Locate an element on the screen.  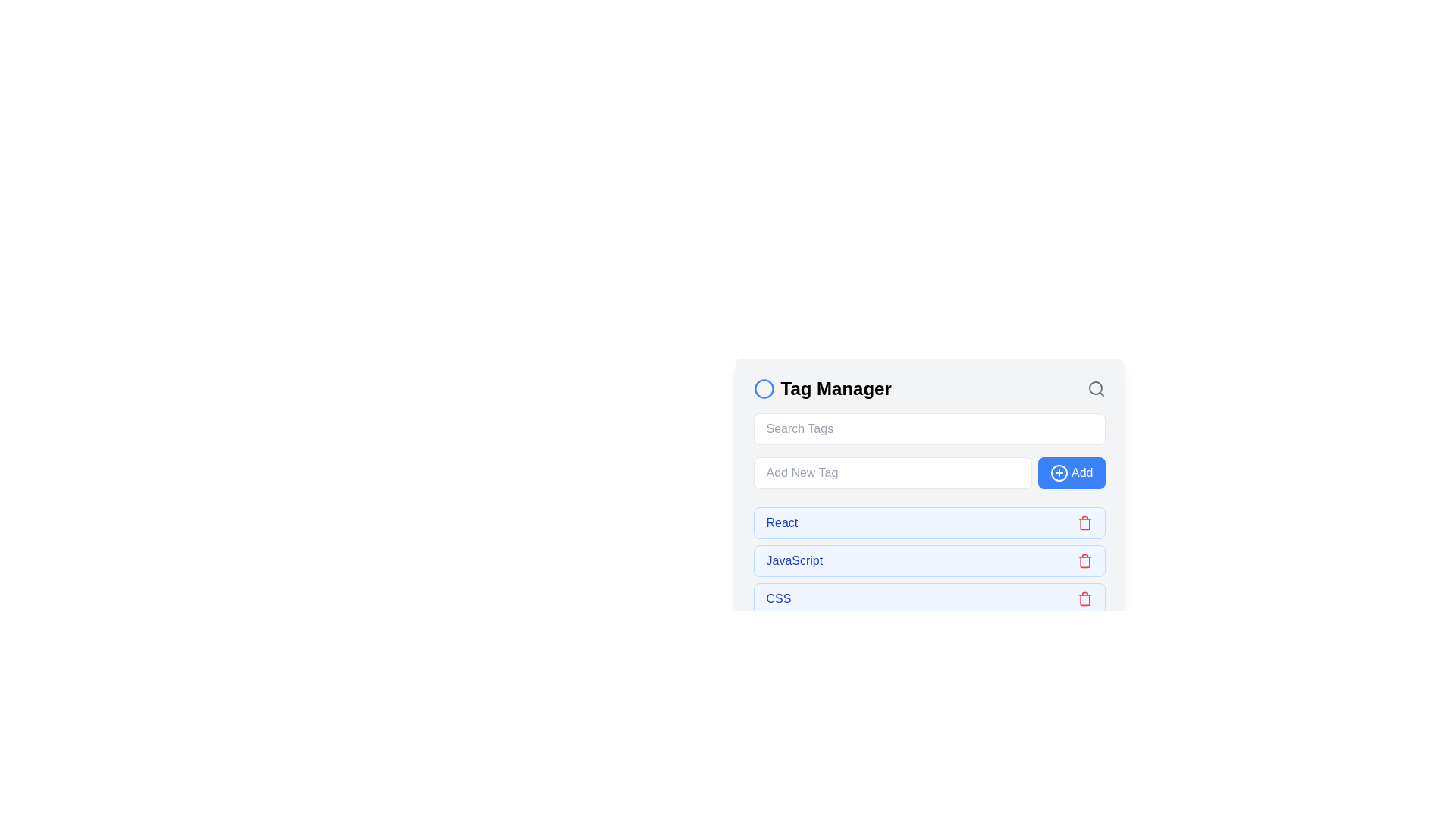
the button used to add a new item or tag, located to the right of the 'Add New Tag' input field, to observe the hover effect is located at coordinates (1071, 472).